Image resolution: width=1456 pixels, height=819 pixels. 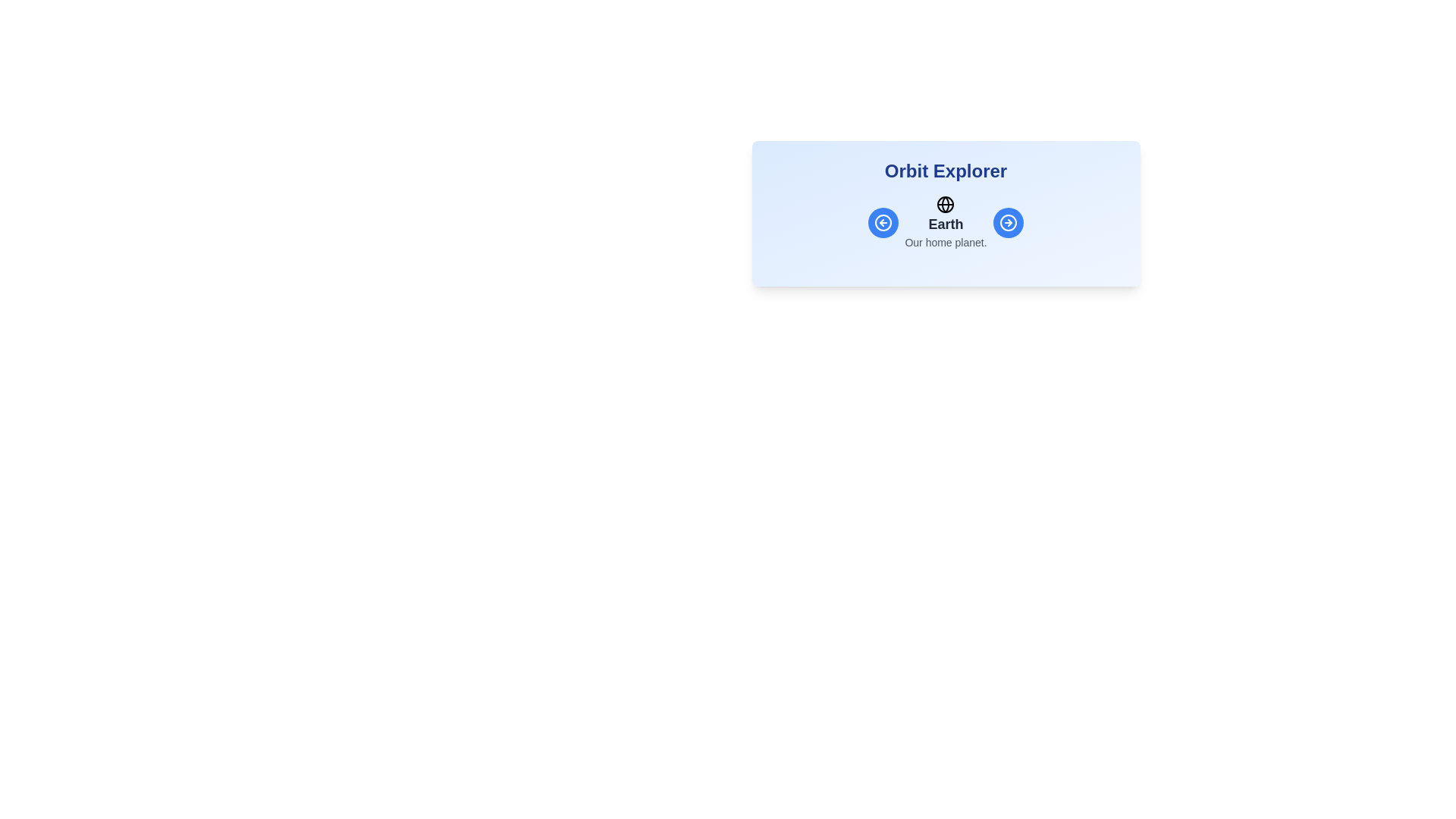 I want to click on the text-based informational component displaying 'Earth' and 'Our home planet.' which is located beneath 'Orbit Explorer' and flanked by two interactive circular buttons, so click(x=945, y=222).